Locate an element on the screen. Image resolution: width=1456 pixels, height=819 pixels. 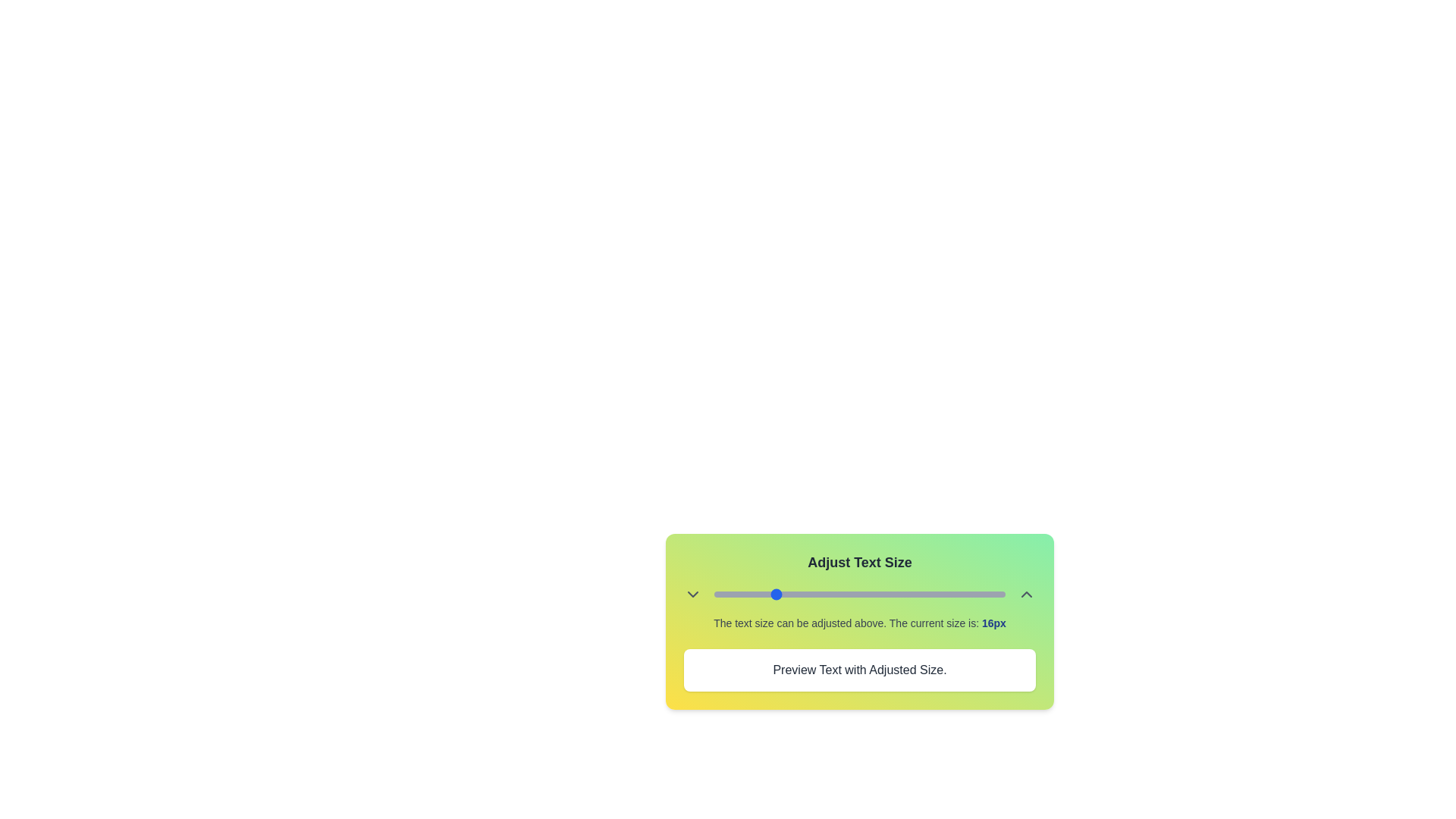
the text size to 13px using the slider is located at coordinates (750, 593).